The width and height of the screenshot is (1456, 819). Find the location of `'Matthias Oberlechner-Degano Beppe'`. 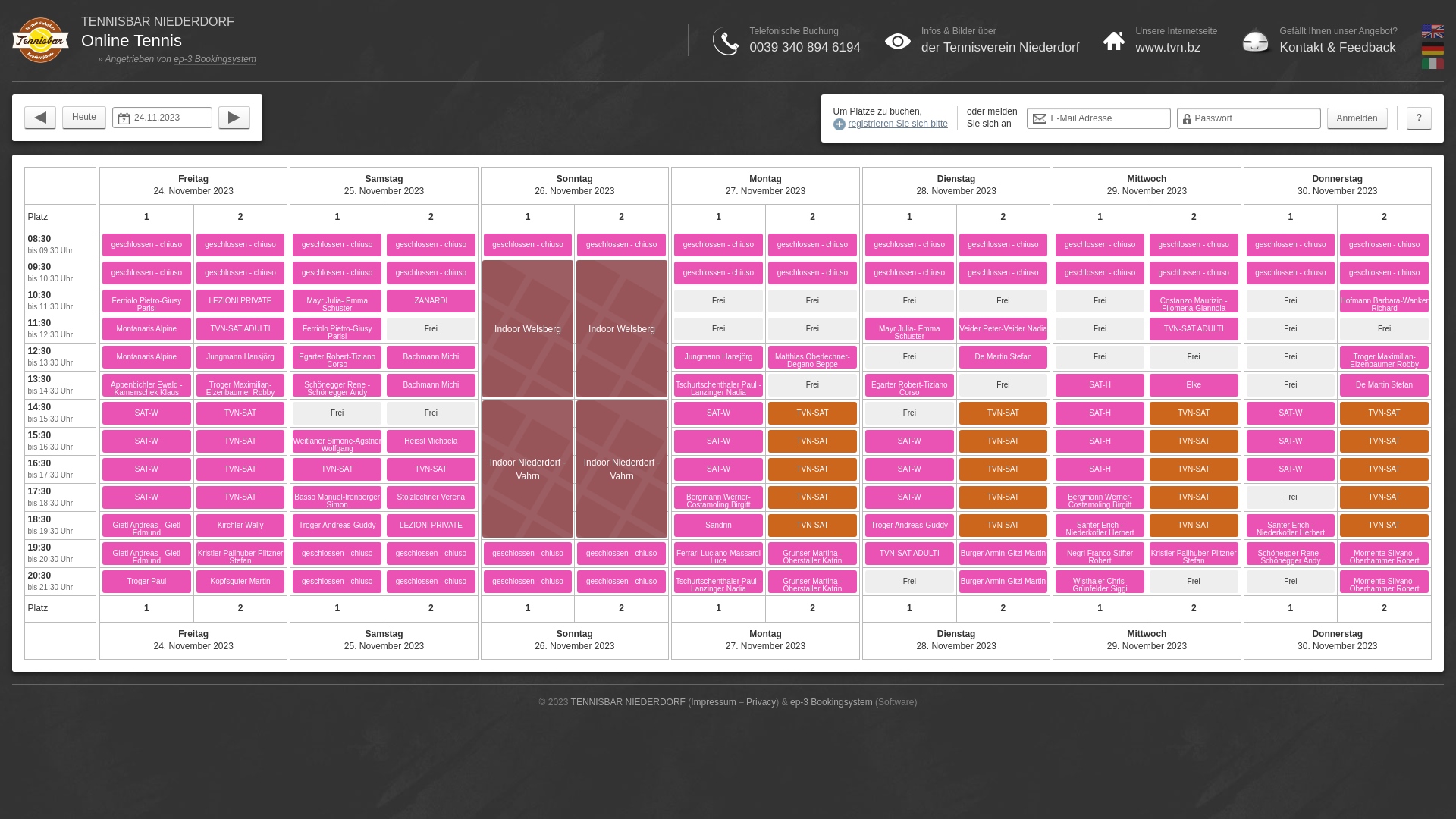

'Matthias Oberlechner-Degano Beppe' is located at coordinates (811, 356).